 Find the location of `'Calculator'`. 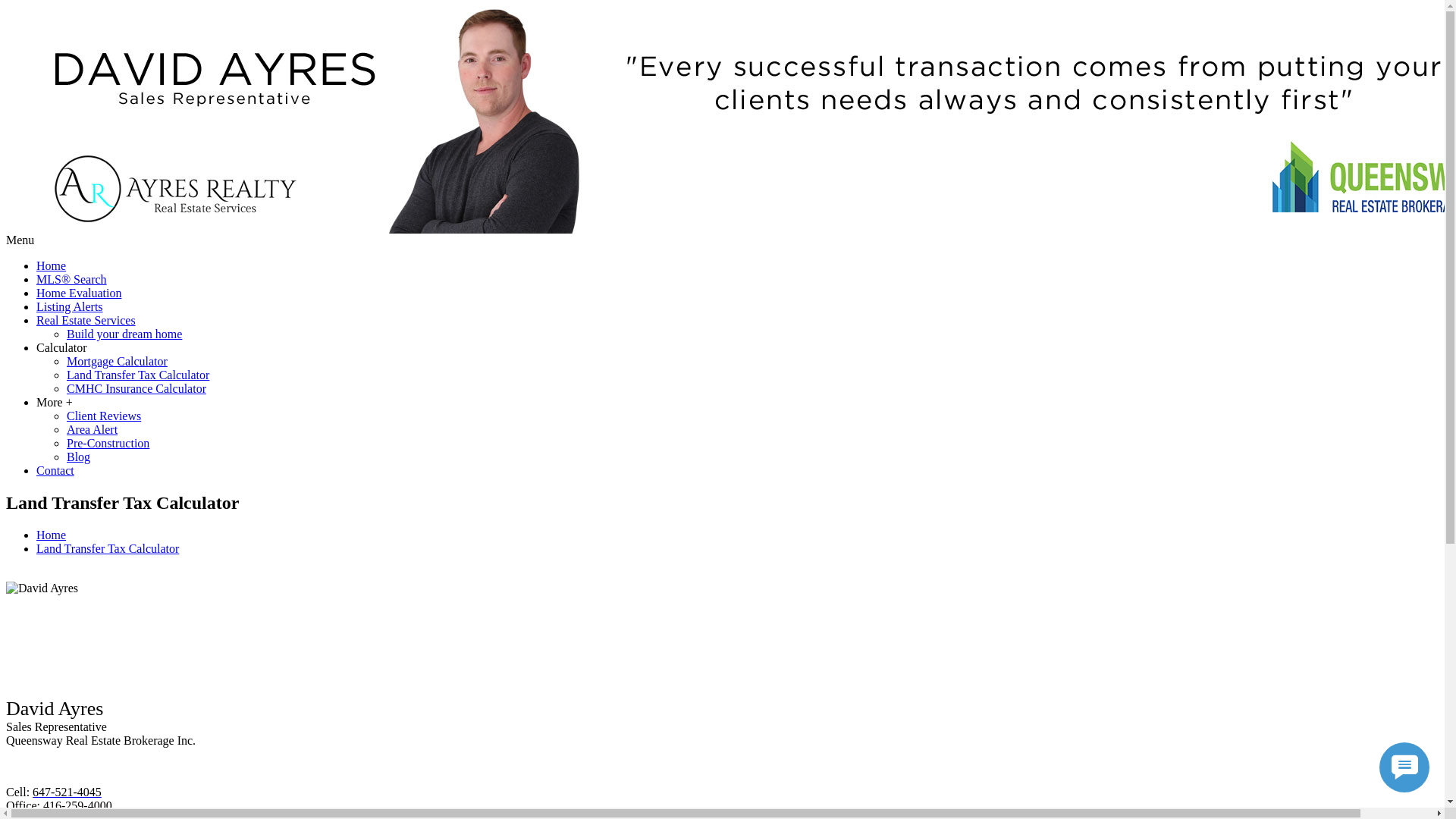

'Calculator' is located at coordinates (61, 347).